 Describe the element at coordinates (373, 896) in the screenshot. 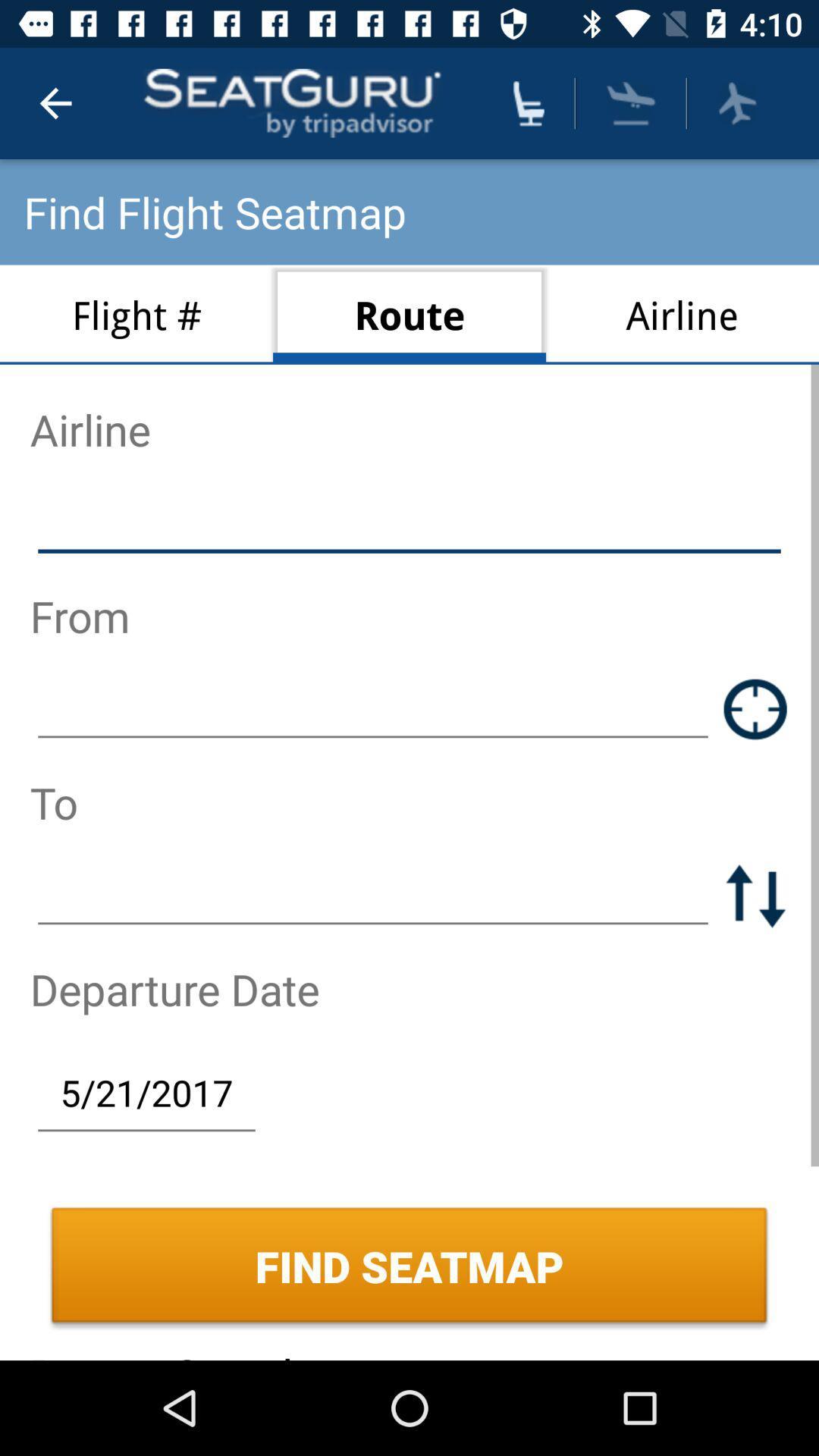

I see `destination selection option` at that location.